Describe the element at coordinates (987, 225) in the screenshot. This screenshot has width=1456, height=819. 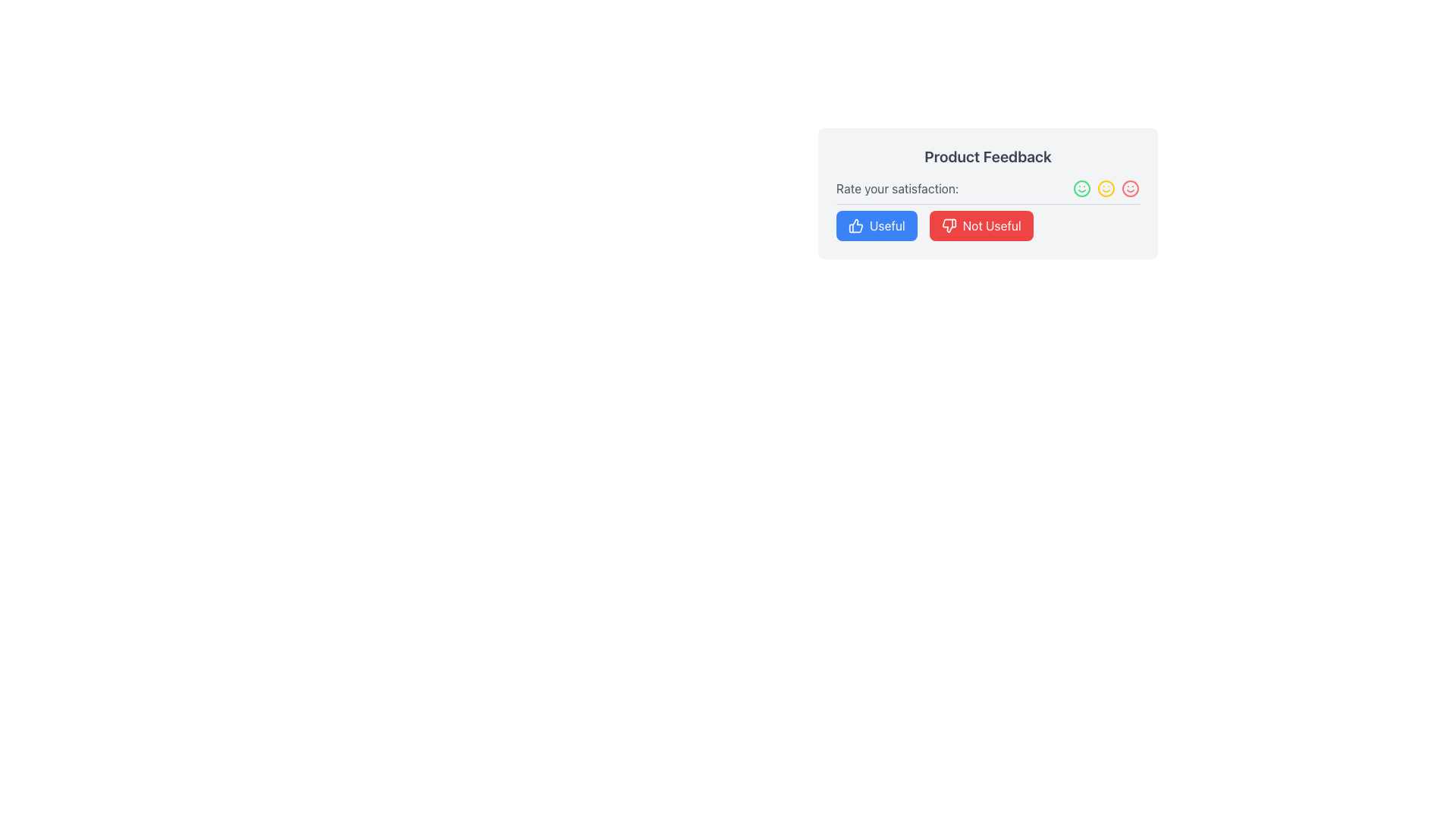
I see `the 'Not Useful' button, which is part of a grouped set of feedback buttons styled with a red background and thumbs-down icon, located beneath the 'Rate your satisfaction:' section` at that location.